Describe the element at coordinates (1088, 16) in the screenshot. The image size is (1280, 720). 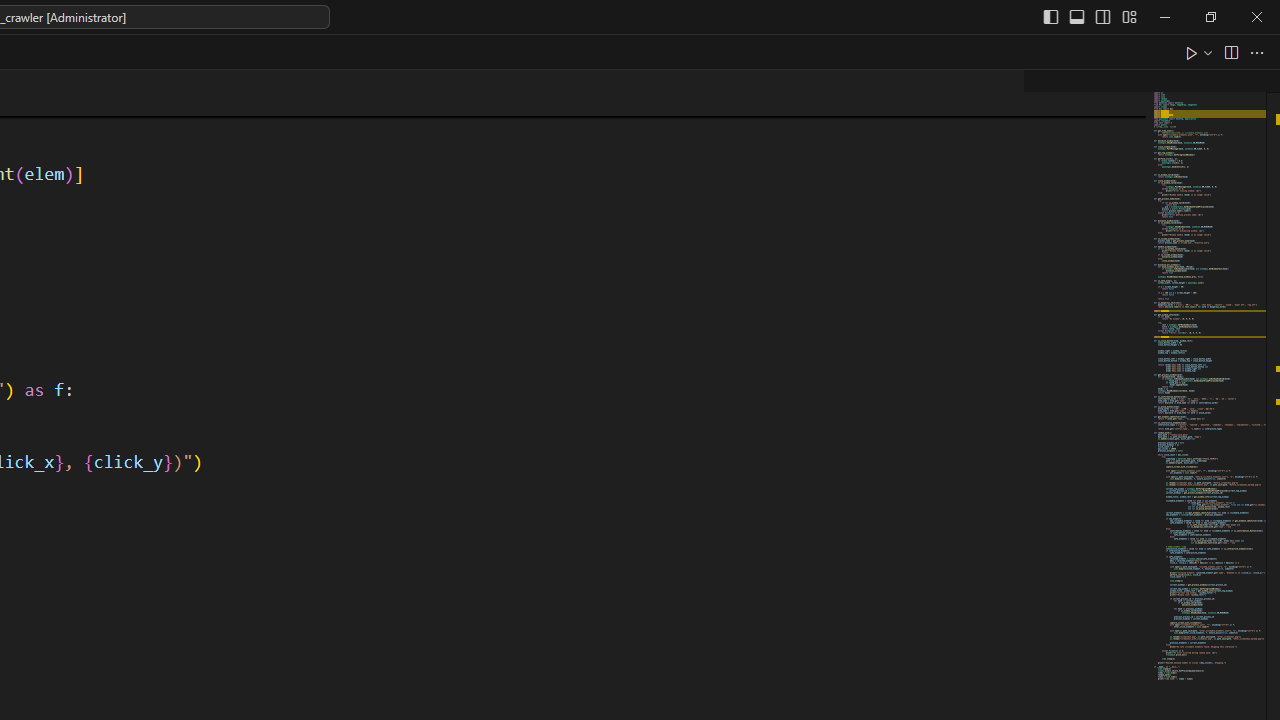
I see `'Title actions'` at that location.